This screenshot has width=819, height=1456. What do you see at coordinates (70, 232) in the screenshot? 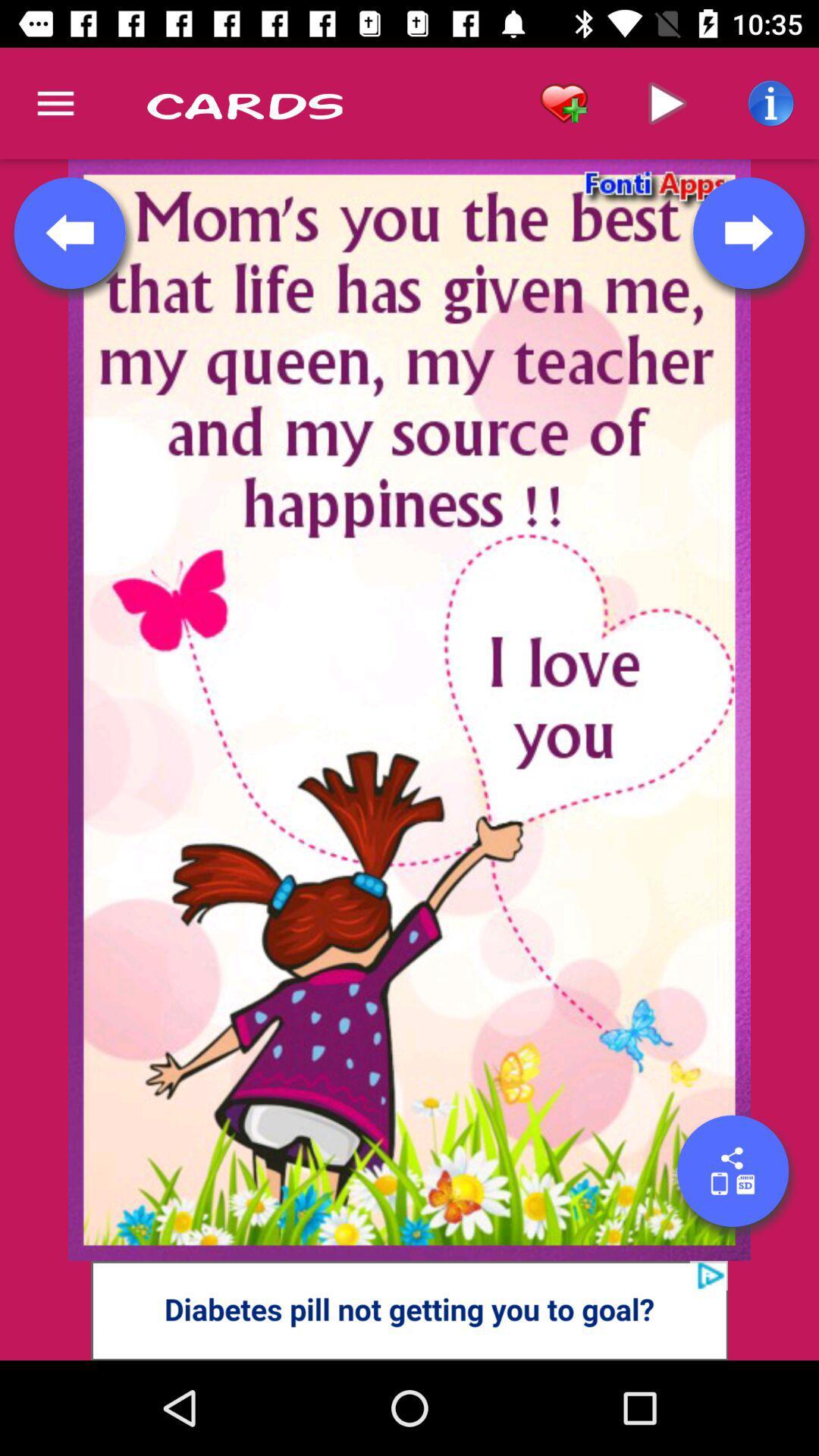
I see `previous` at bounding box center [70, 232].